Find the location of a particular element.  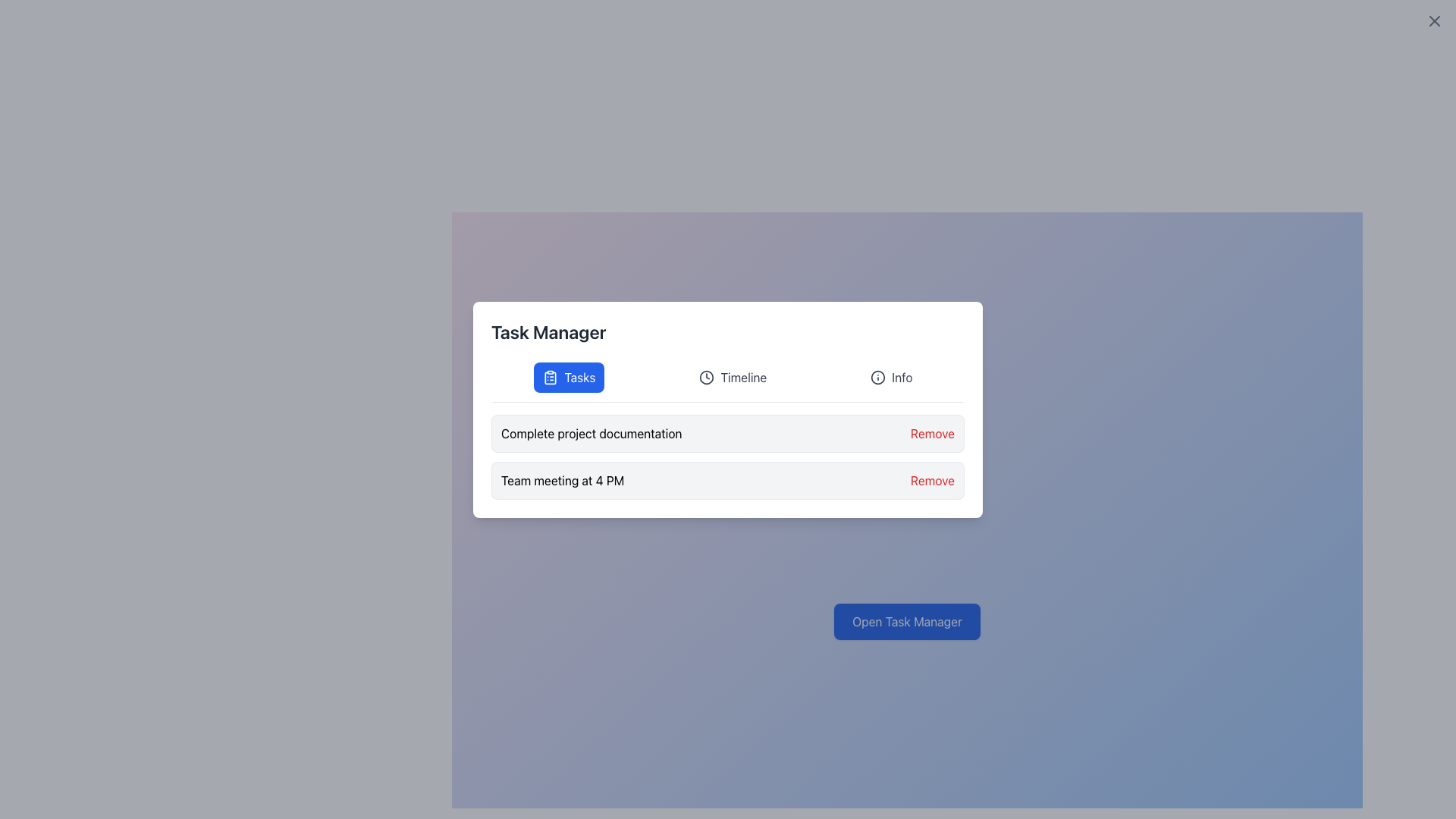

the central 'Timeline' tab of the Navigation bar beneath the 'Task Manager' is located at coordinates (728, 381).